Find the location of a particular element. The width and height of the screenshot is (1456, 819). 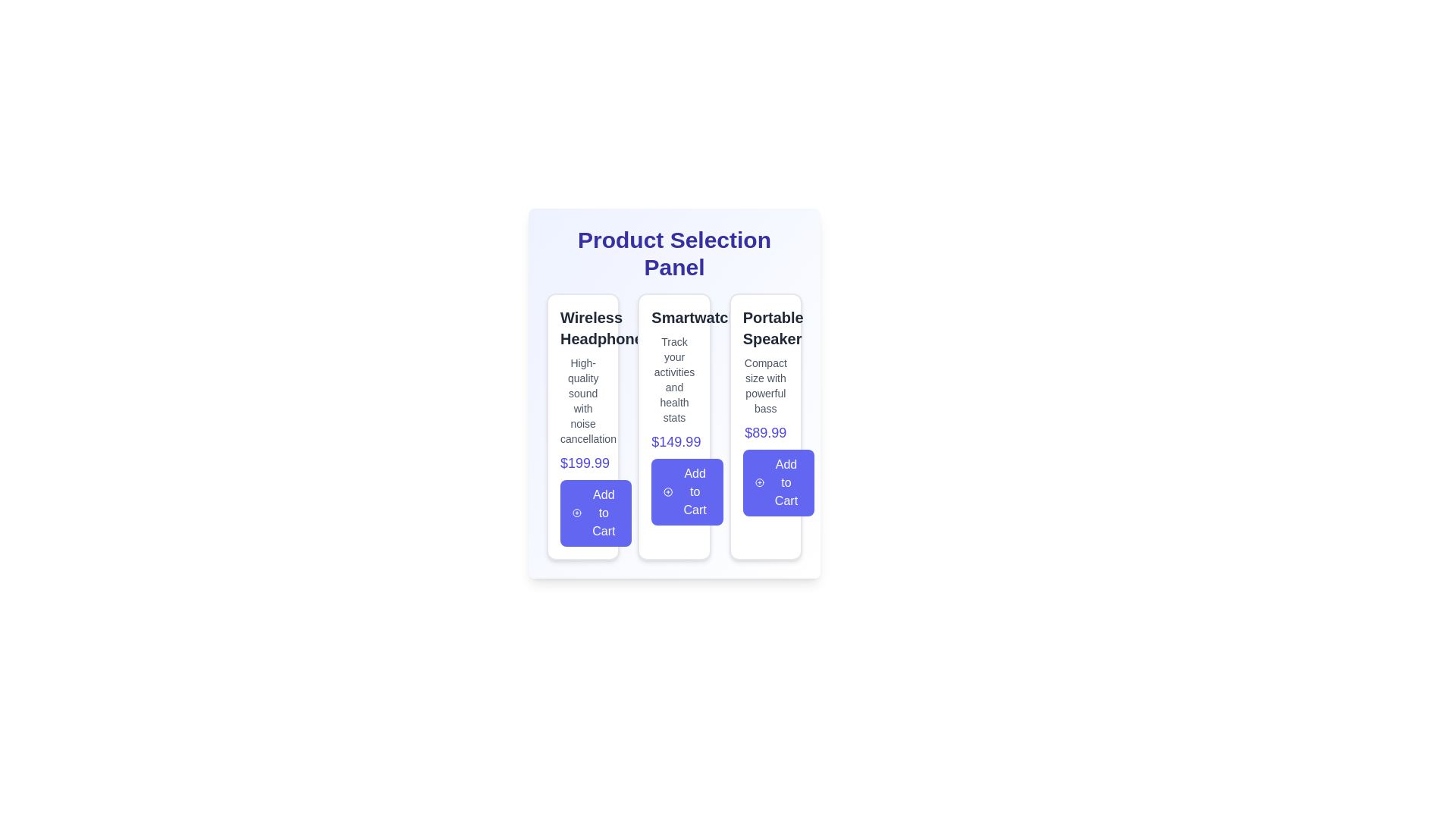

the price text label, which is the third element in a vertical sequence between the product description and the 'Add to Cart' button is located at coordinates (765, 432).